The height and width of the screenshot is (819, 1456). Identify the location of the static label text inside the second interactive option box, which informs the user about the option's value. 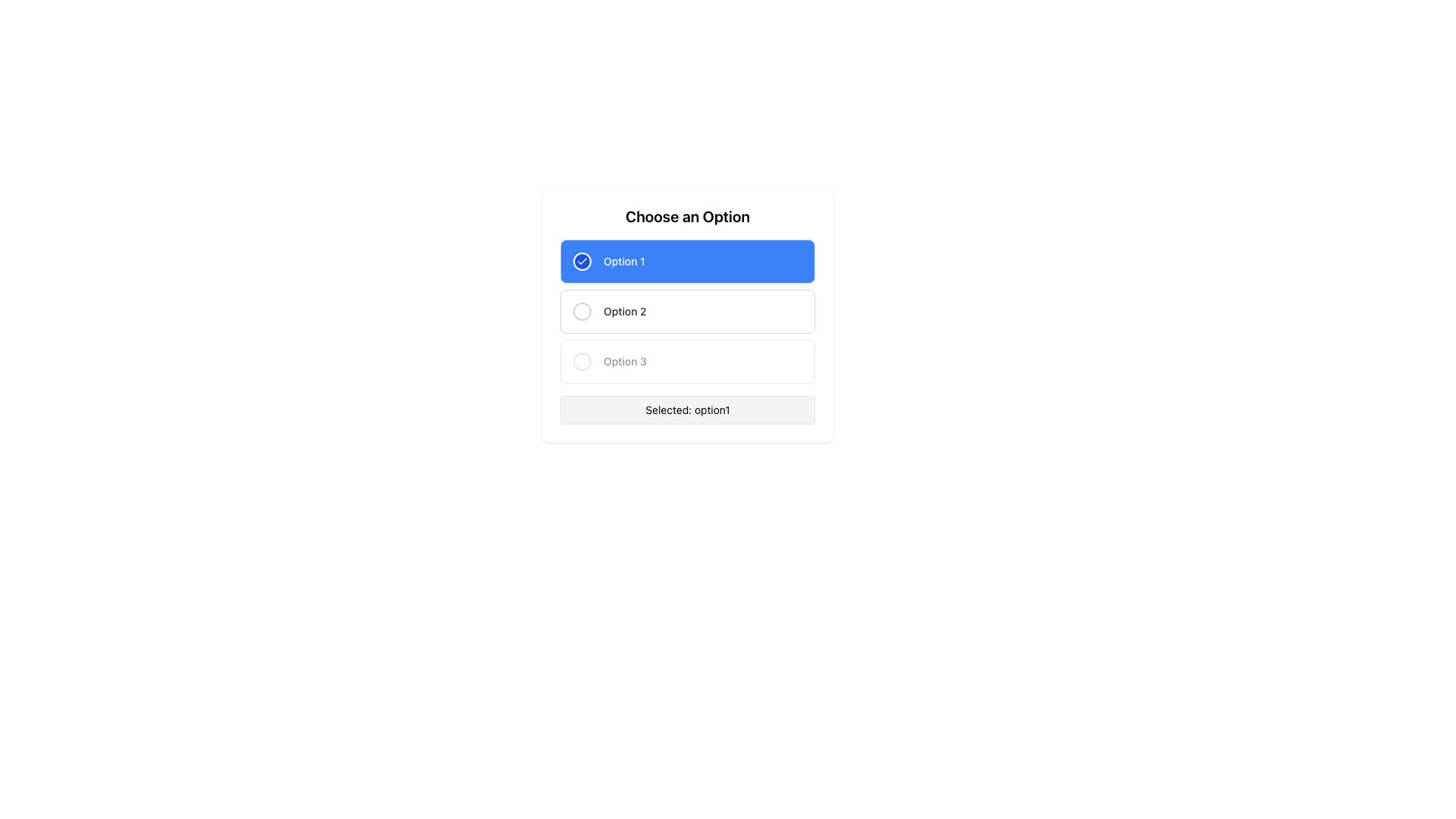
(625, 311).